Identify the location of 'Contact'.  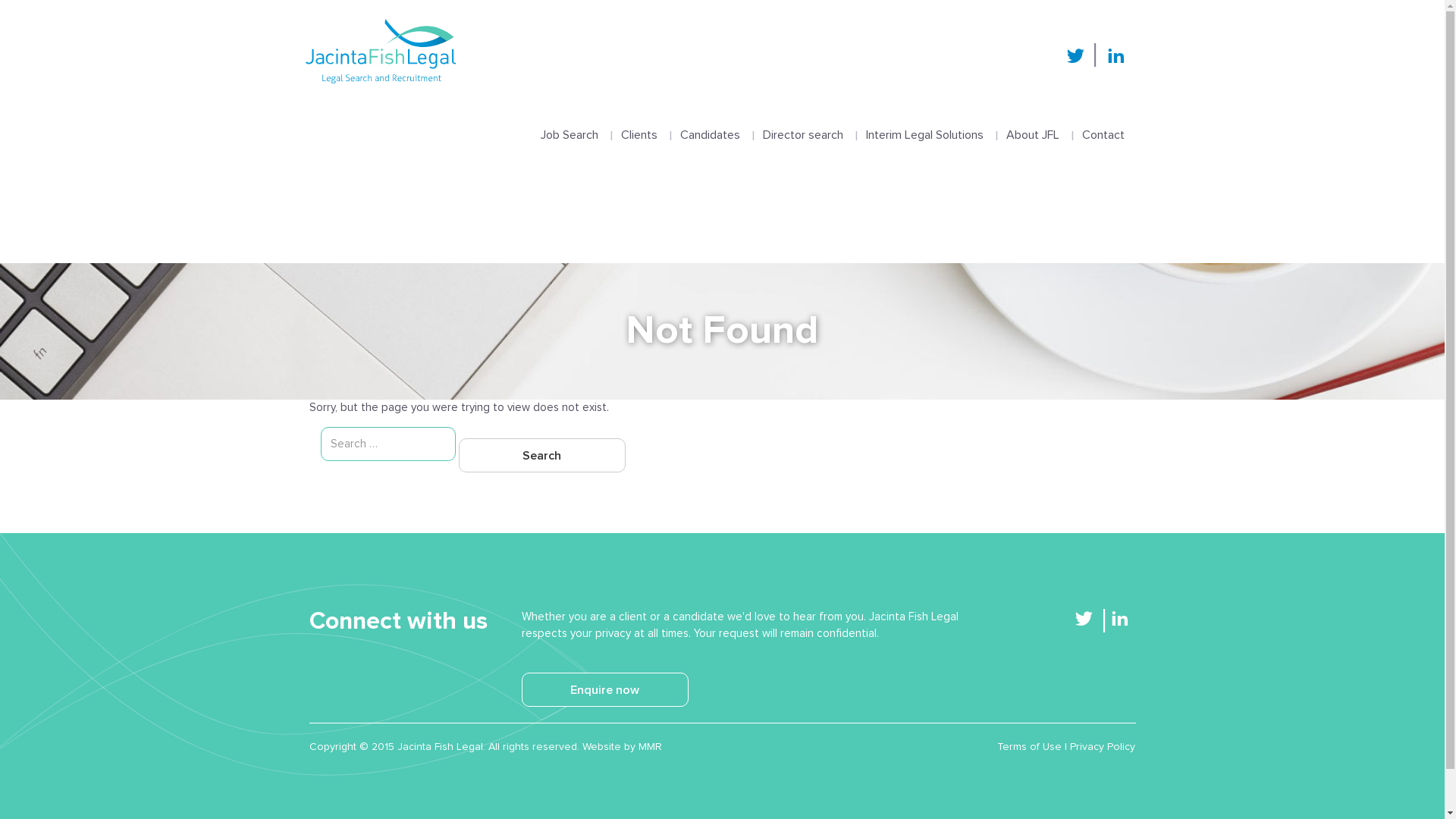
(1103, 119).